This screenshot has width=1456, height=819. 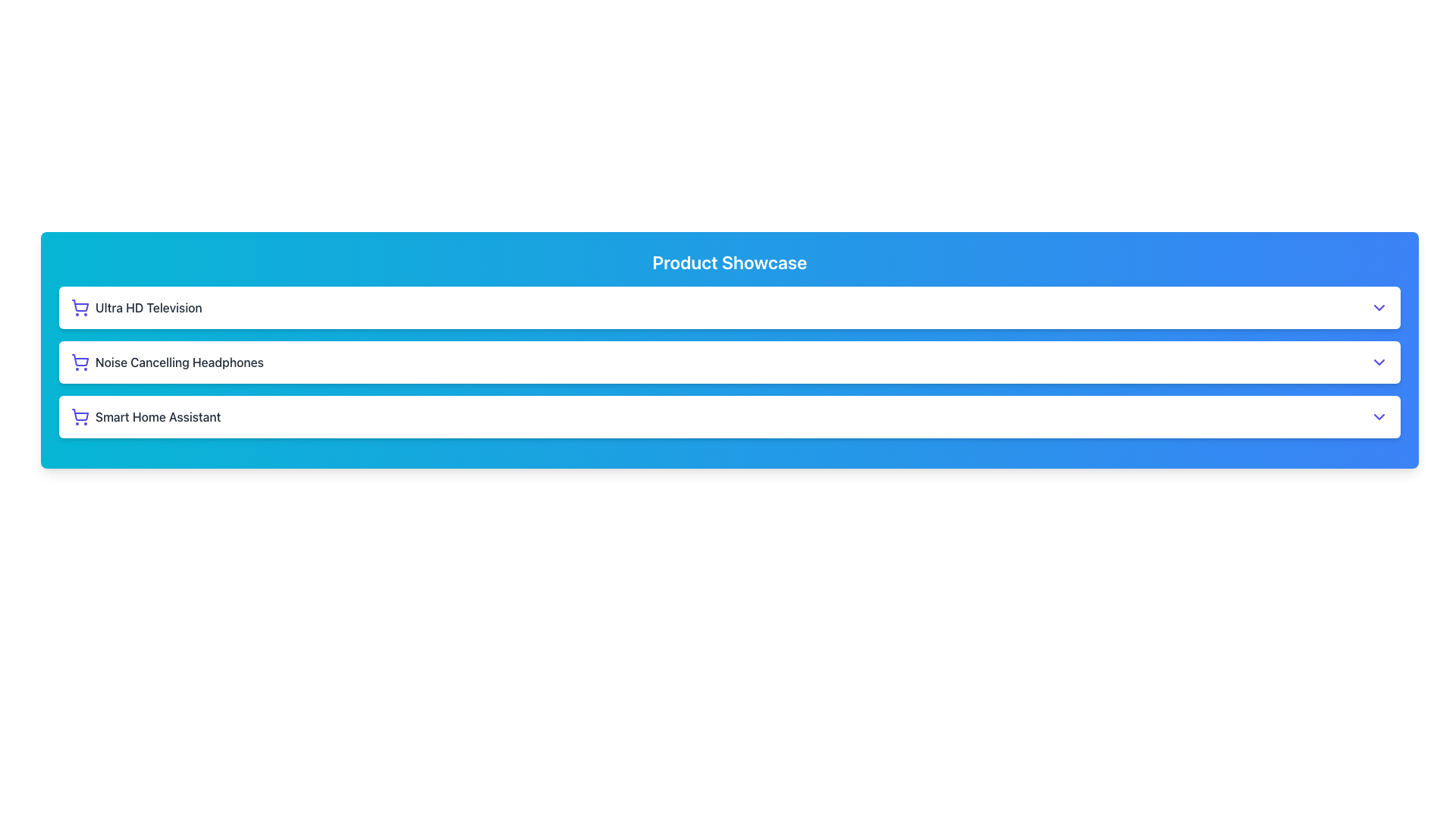 What do you see at coordinates (1379, 417) in the screenshot?
I see `the interactive SVG icon located at the right-hand side of the 'Smart Home Assistant' row, which indicates that this row is expandable or associated with further actions` at bounding box center [1379, 417].